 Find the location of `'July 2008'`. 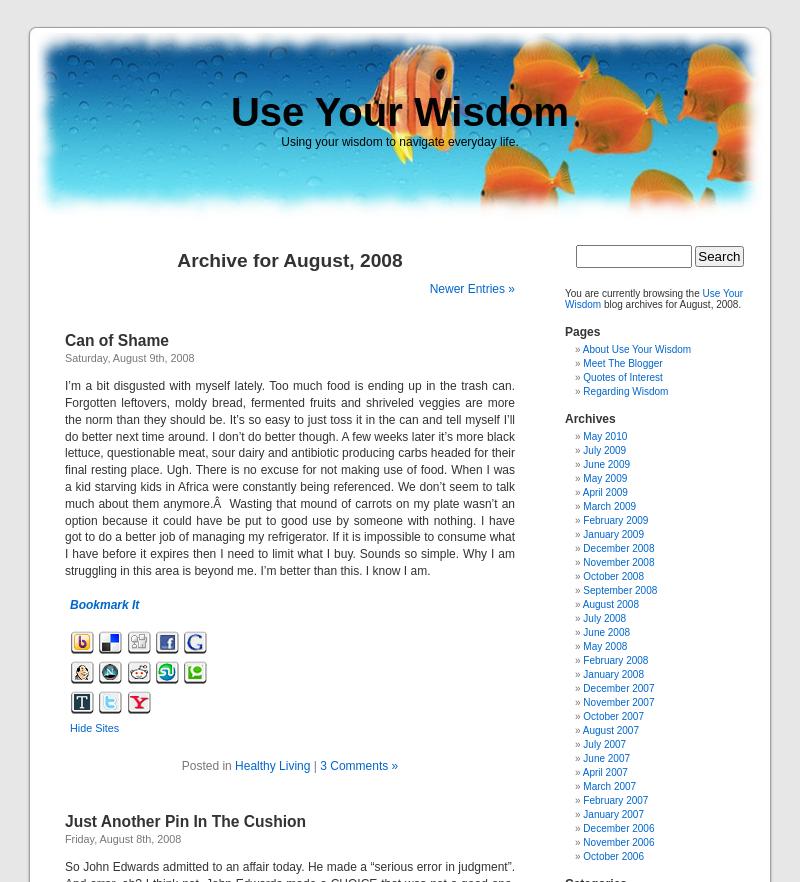

'July 2008' is located at coordinates (604, 617).